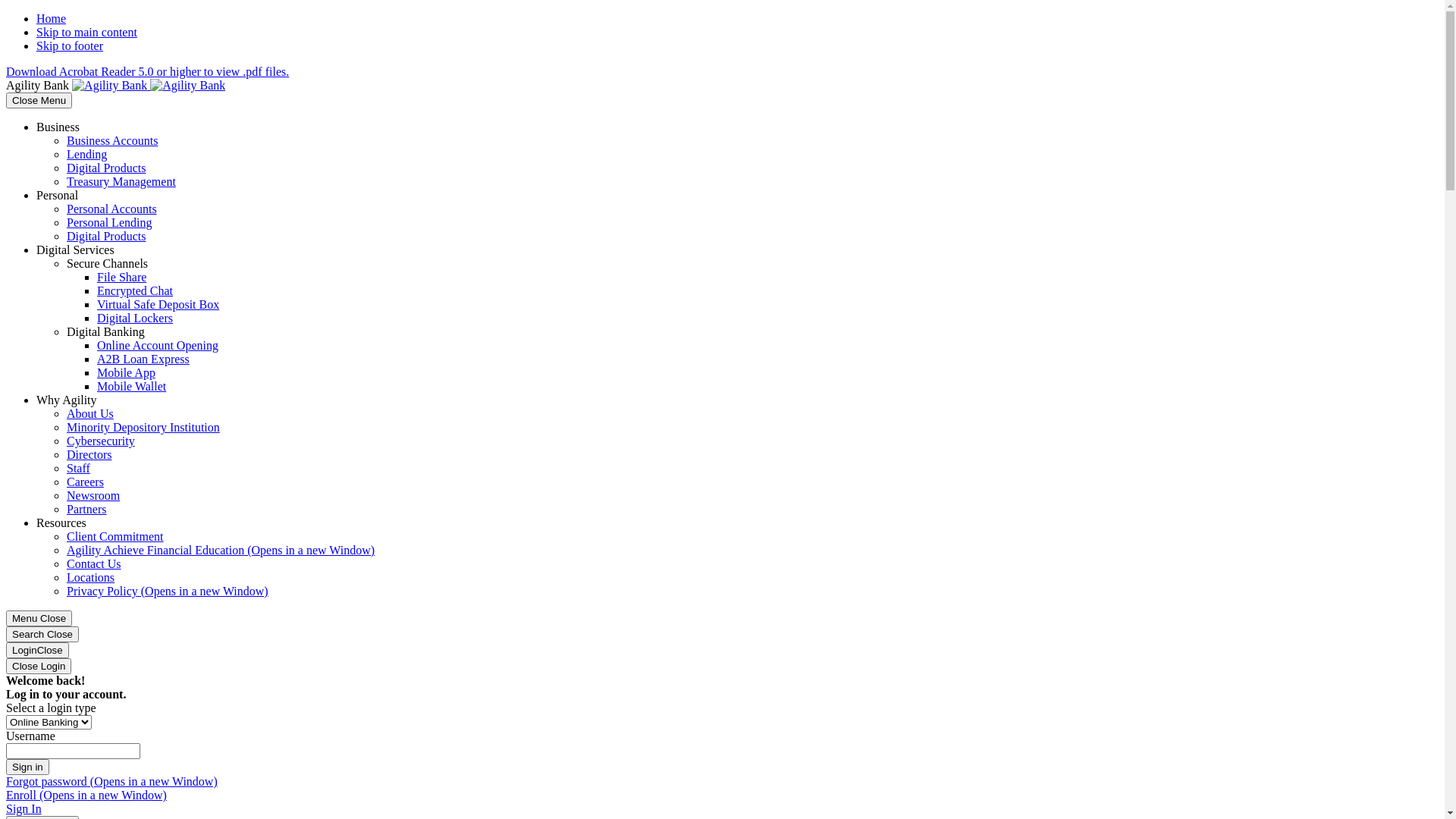 This screenshot has height=819, width=1456. I want to click on 'Sign in', so click(27, 767).